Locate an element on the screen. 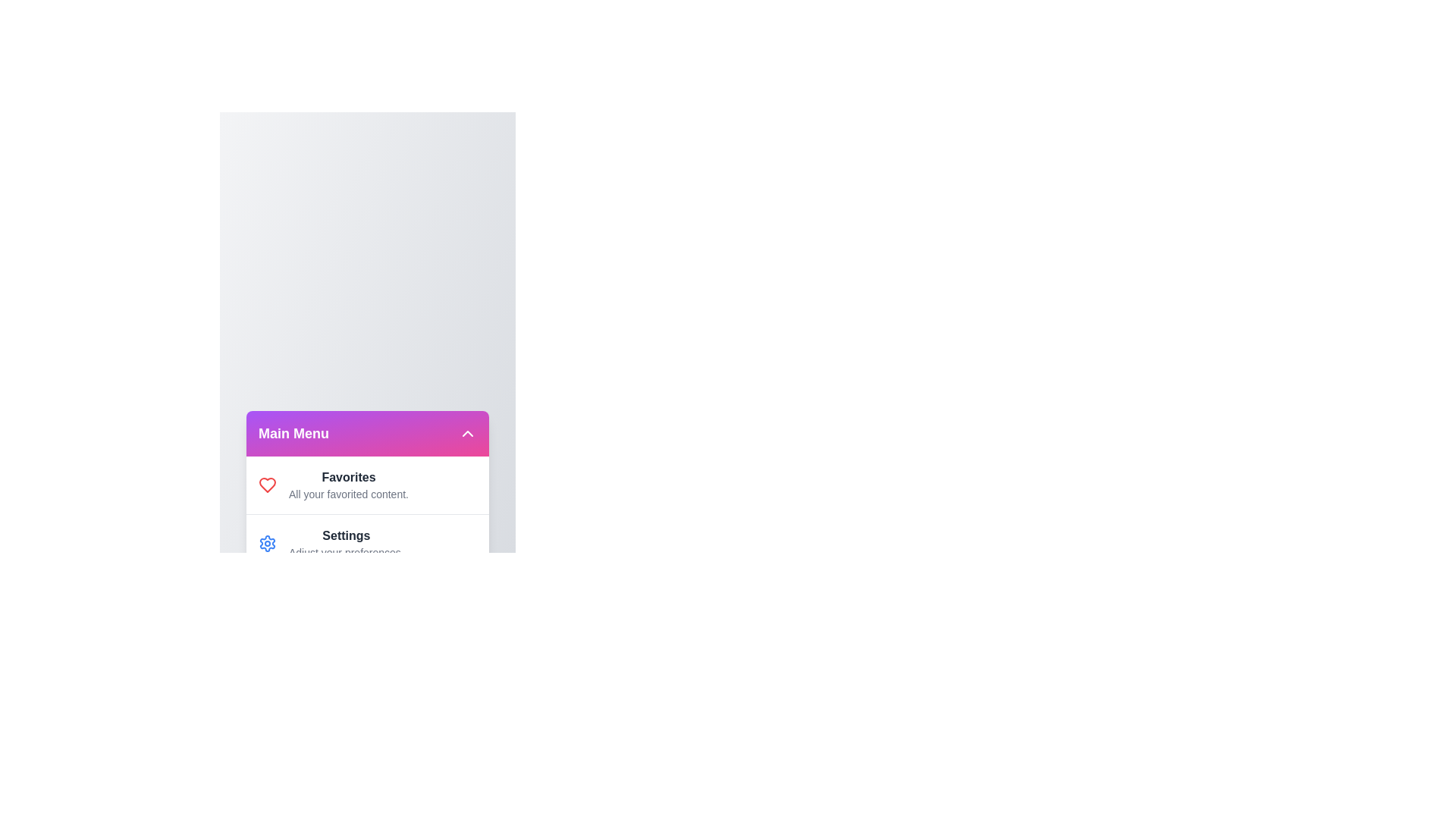  the menu item labeled 'Favorites' to observe the hover effect is located at coordinates (268, 485).